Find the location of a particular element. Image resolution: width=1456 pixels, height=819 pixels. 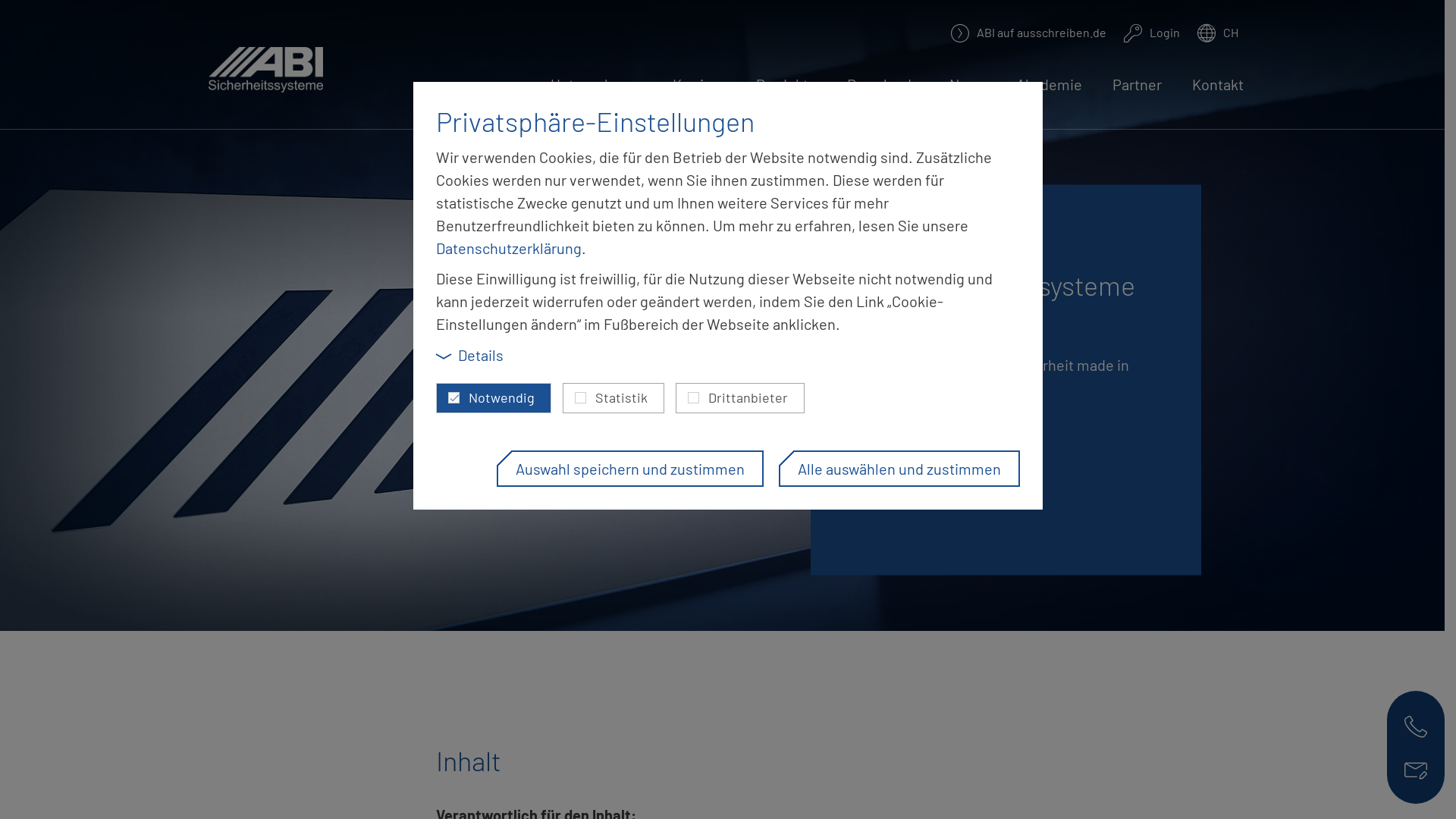

'CH' is located at coordinates (1197, 32).